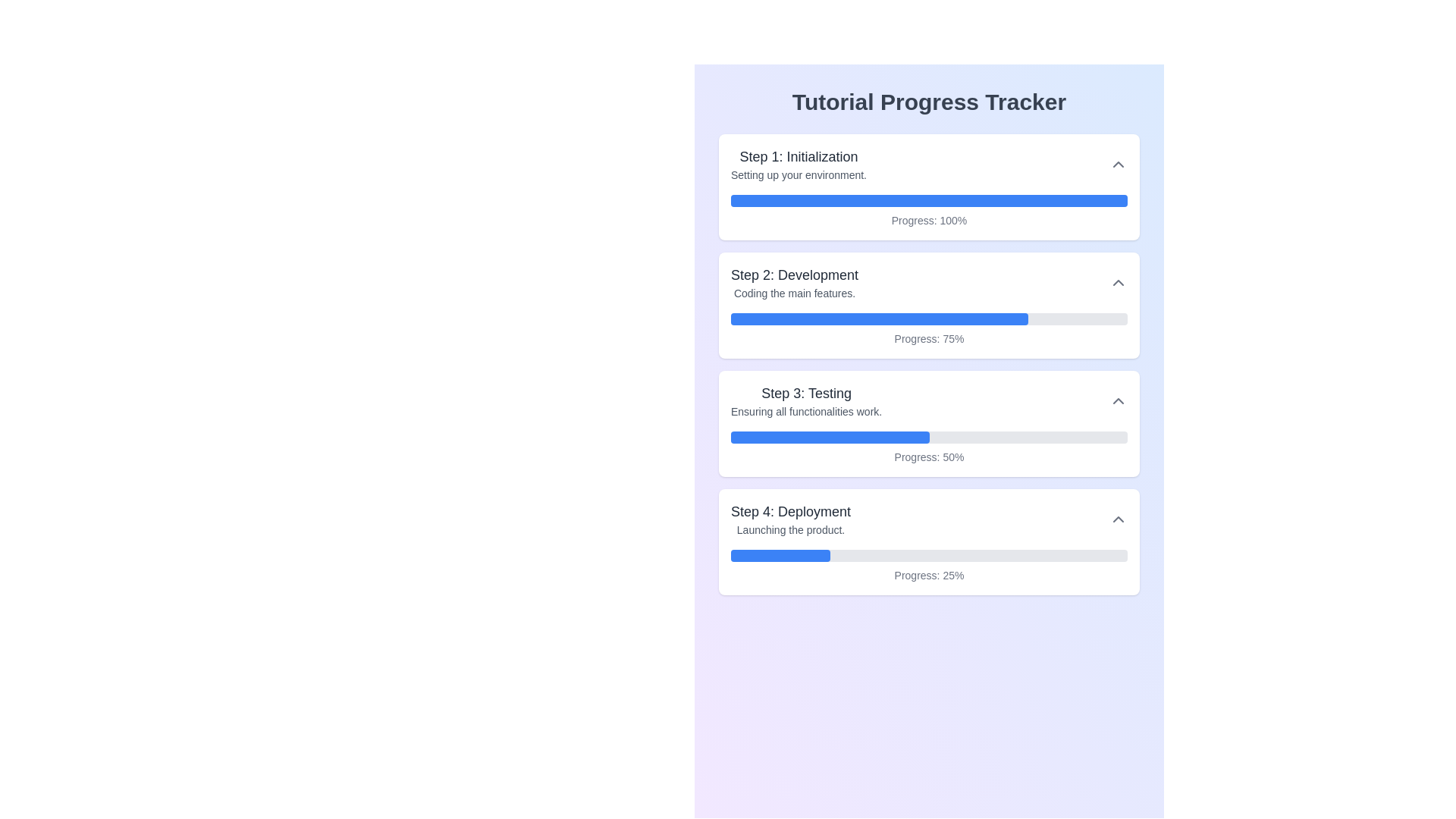 The width and height of the screenshot is (1456, 819). What do you see at coordinates (880, 318) in the screenshot?
I see `the progress bar segment that visually represents a 75% progress value in the tutorial progress tracker, located in the mid-region of the progress bar` at bounding box center [880, 318].